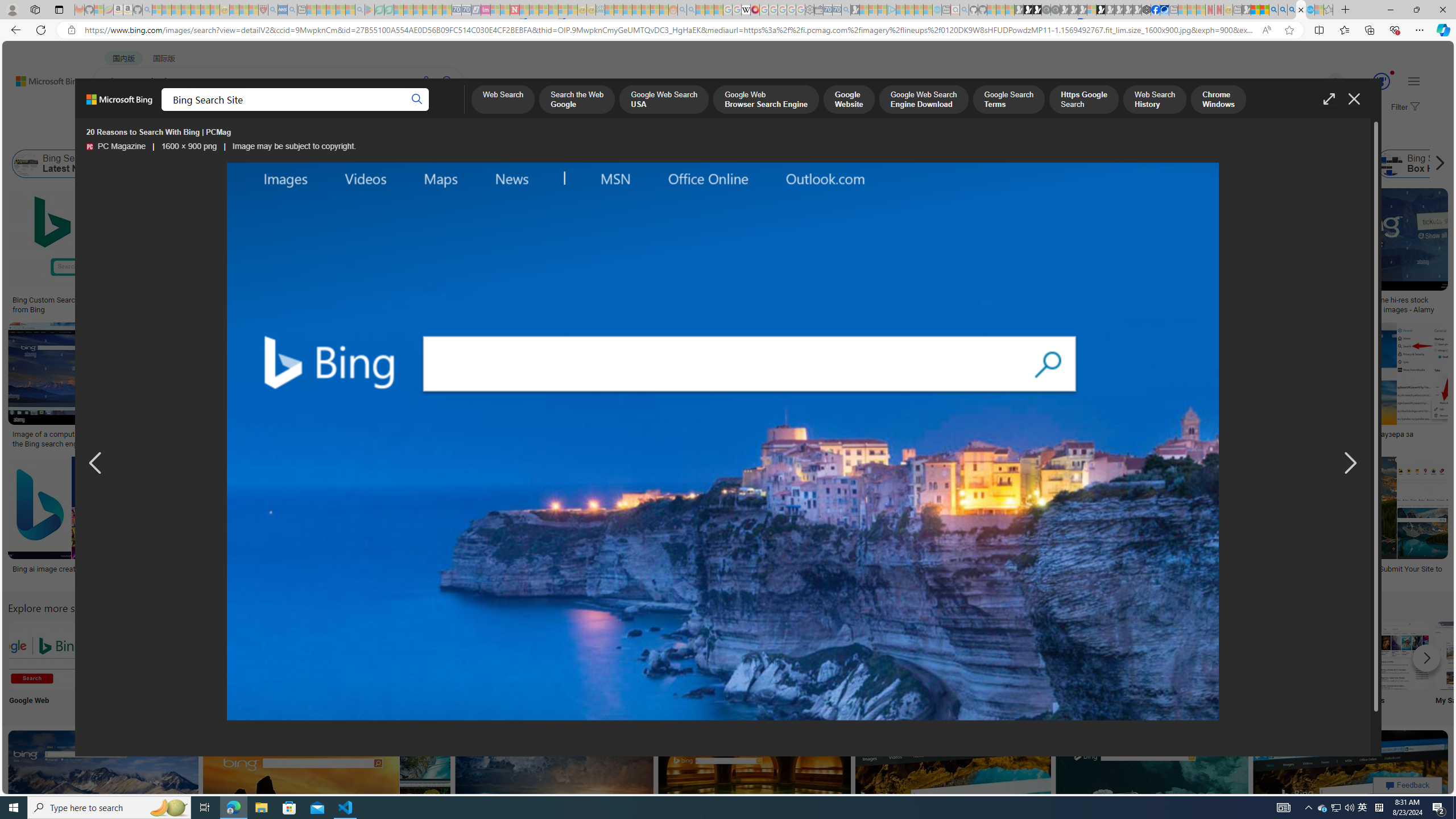 Image resolution: width=1456 pixels, height=819 pixels. Describe the element at coordinates (1155, 100) in the screenshot. I see `'Web Search History'` at that location.